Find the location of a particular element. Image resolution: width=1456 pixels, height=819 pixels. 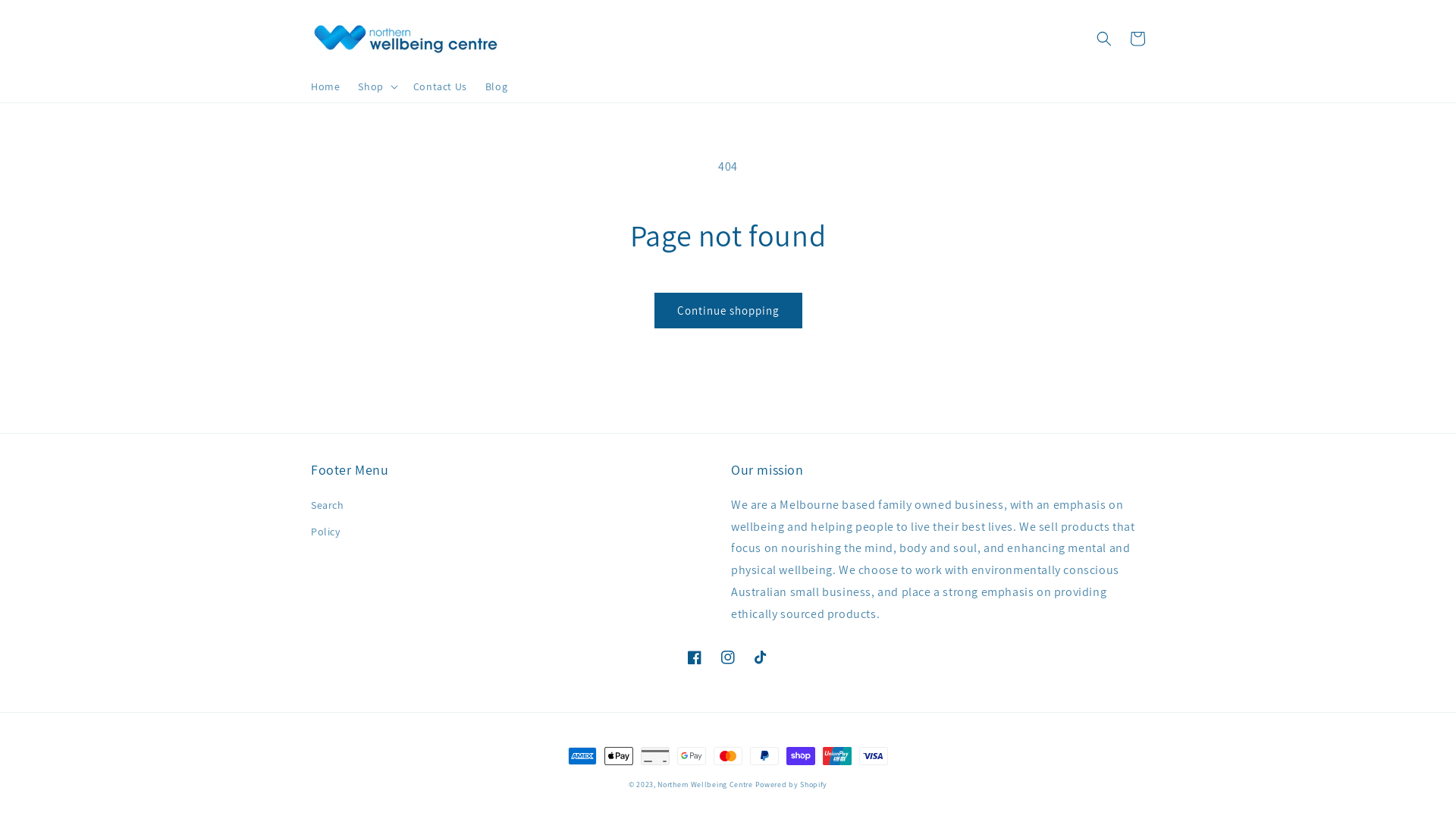

'Cart' is located at coordinates (1137, 37).